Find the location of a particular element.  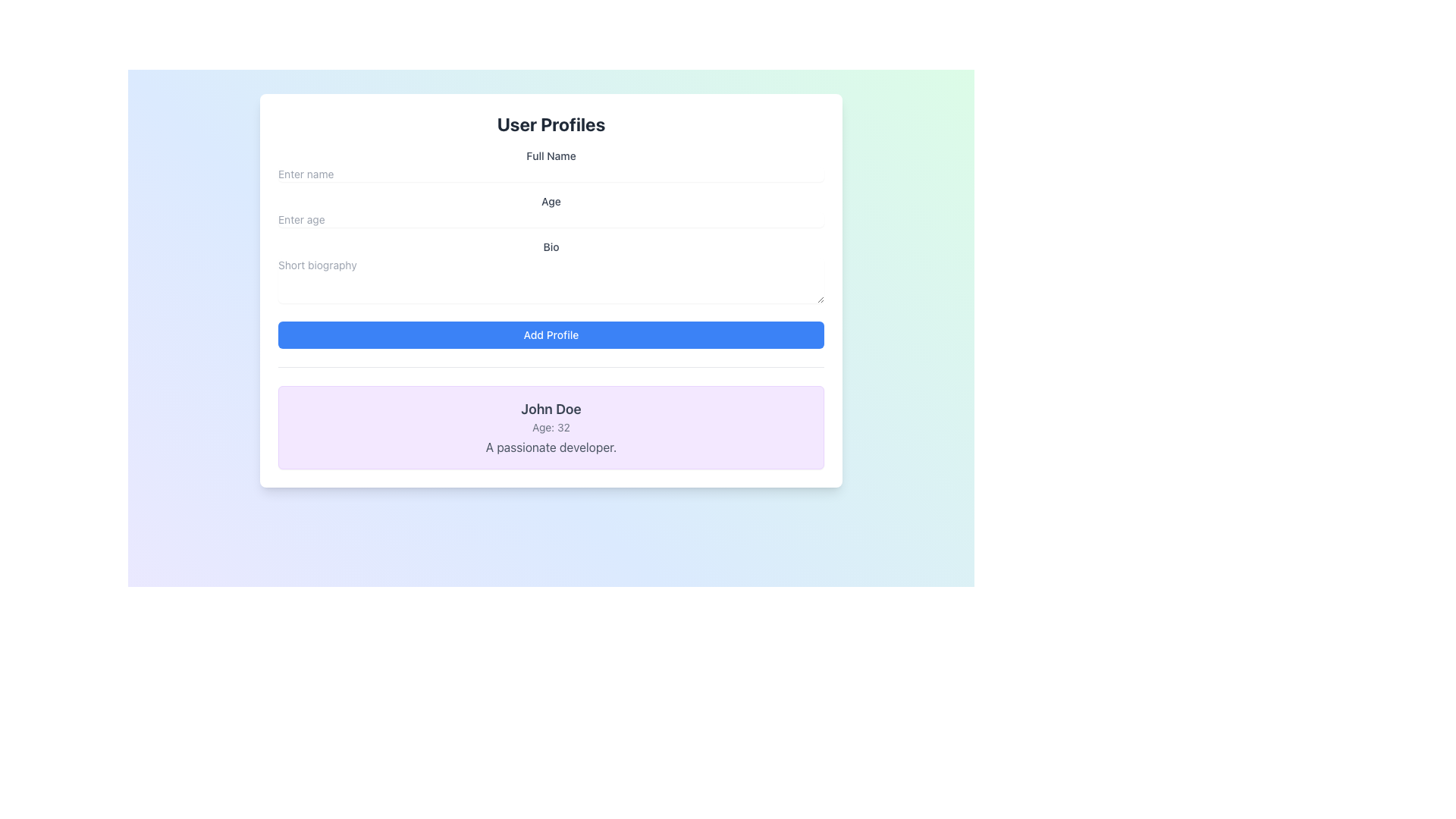

into the Labeled Text Input Field for full name entry, which is located beneath the 'User Profiles' header and above the 'Age' input field is located at coordinates (550, 165).